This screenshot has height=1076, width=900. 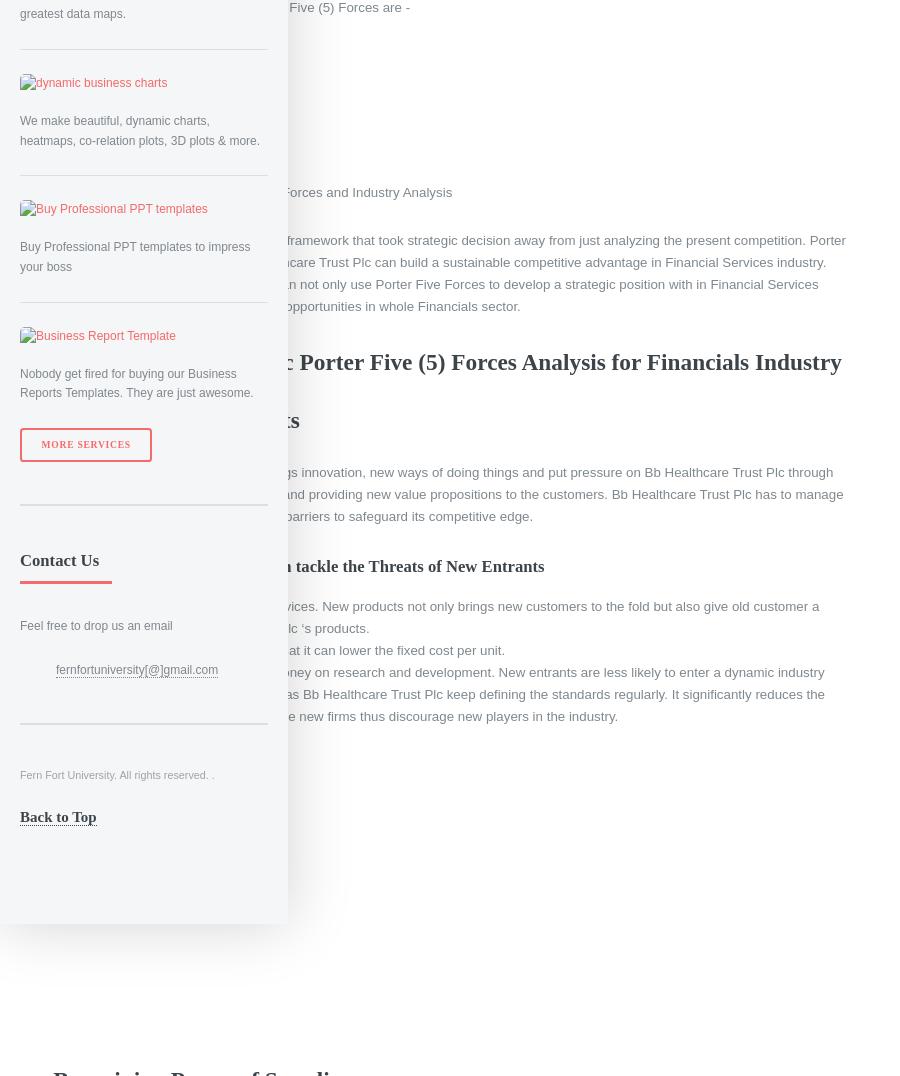 I want to click on 'By innovating new products and services. New  products not only brings new customers to the fold but also give old customer a  reason to buy Bb Healthcare Trust Plc ‘s products.', so click(x=446, y=616).